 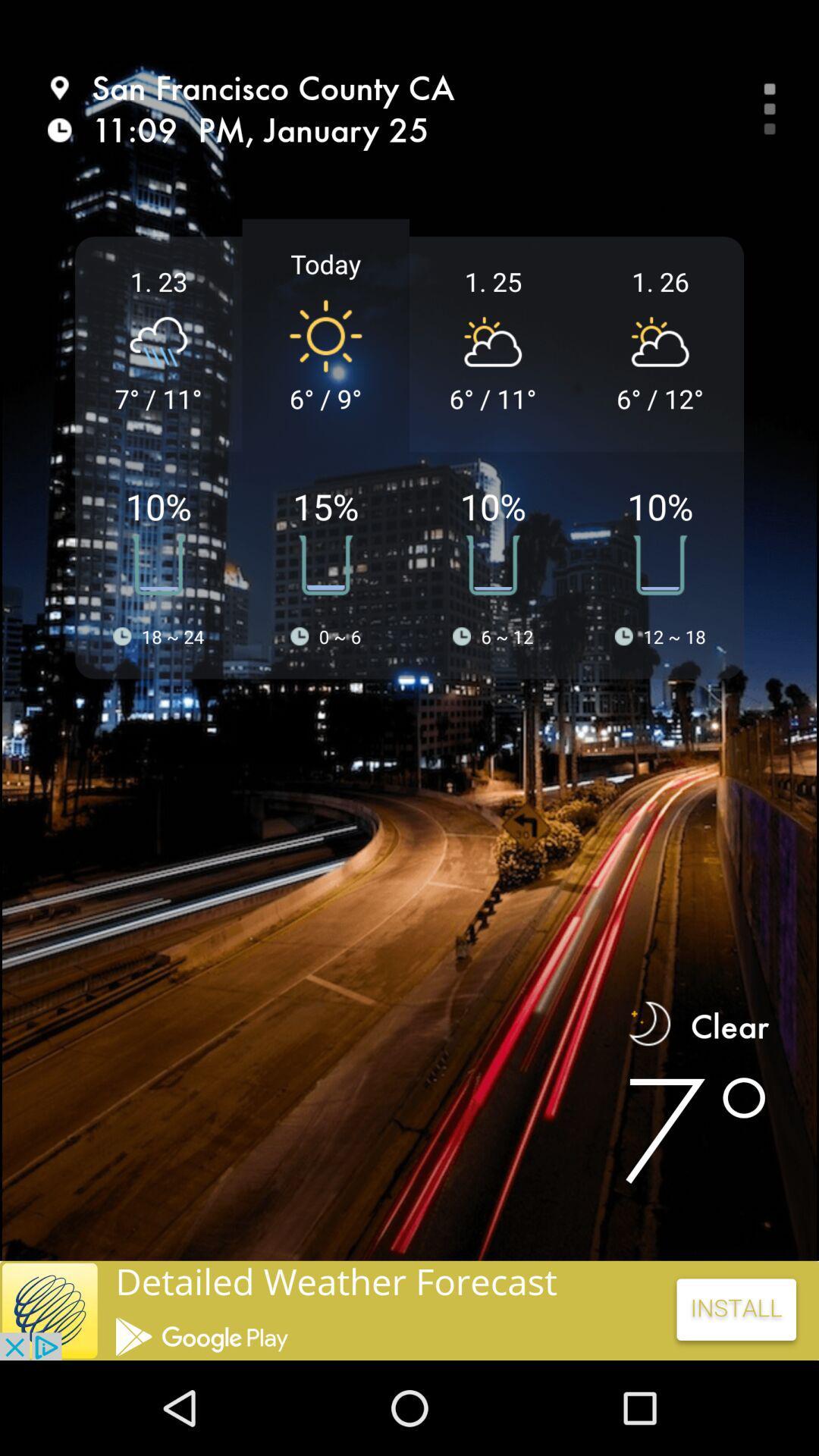 I want to click on the more icon, so click(x=769, y=108).